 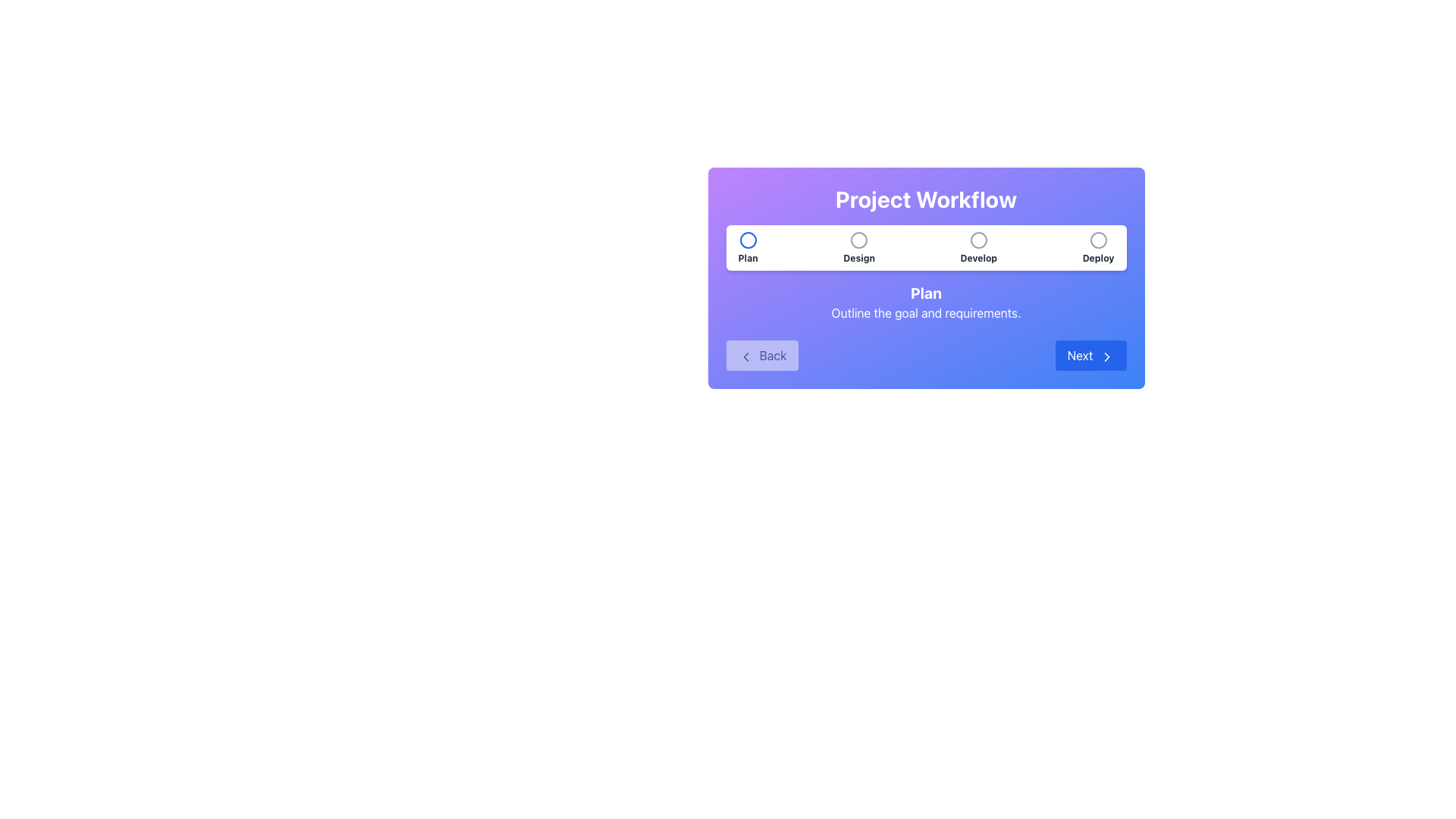 What do you see at coordinates (858, 239) in the screenshot?
I see `the Circular indicator that signifies the 'Design' step in the project workflow interface, which is the second in a series of four indicators` at bounding box center [858, 239].